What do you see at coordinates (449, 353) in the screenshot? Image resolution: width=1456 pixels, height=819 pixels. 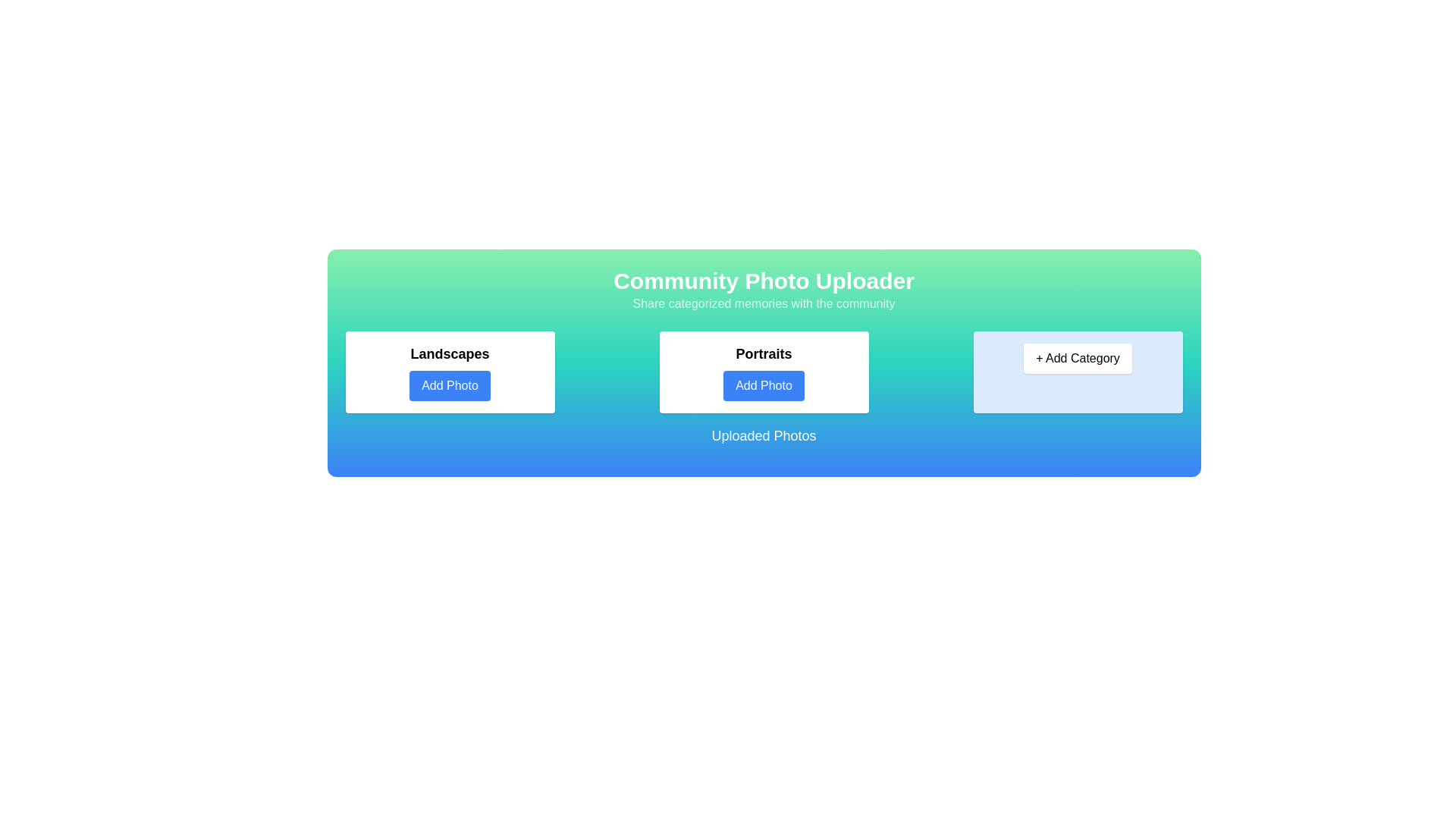 I see `Text Label indicating the thematic category 'Landscapes', located at the top-center of the photo upload card` at bounding box center [449, 353].